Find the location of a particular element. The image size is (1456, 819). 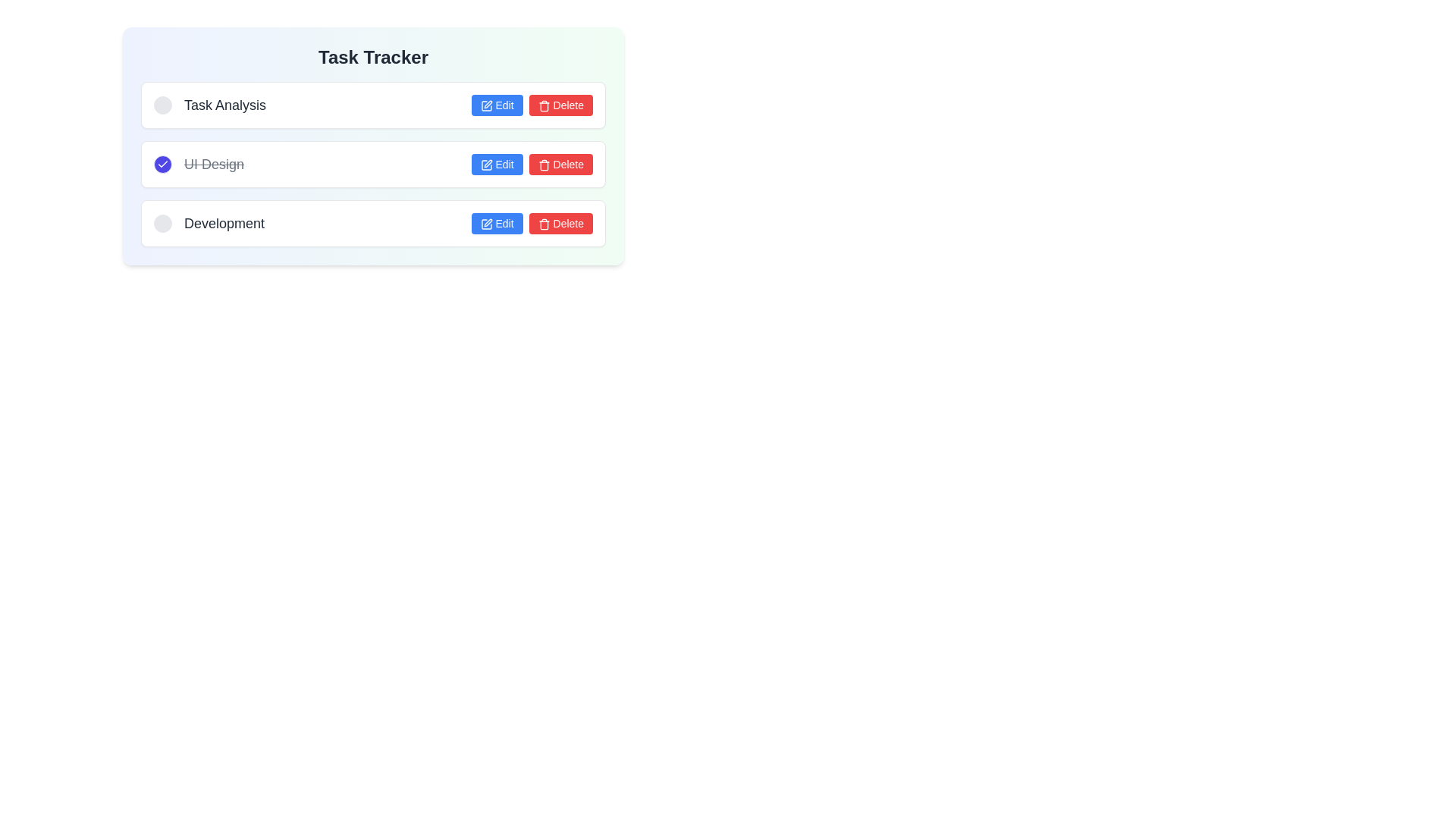

the 'Delete' button located in the top-right corner of the task entry to initiate the delete action is located at coordinates (560, 104).